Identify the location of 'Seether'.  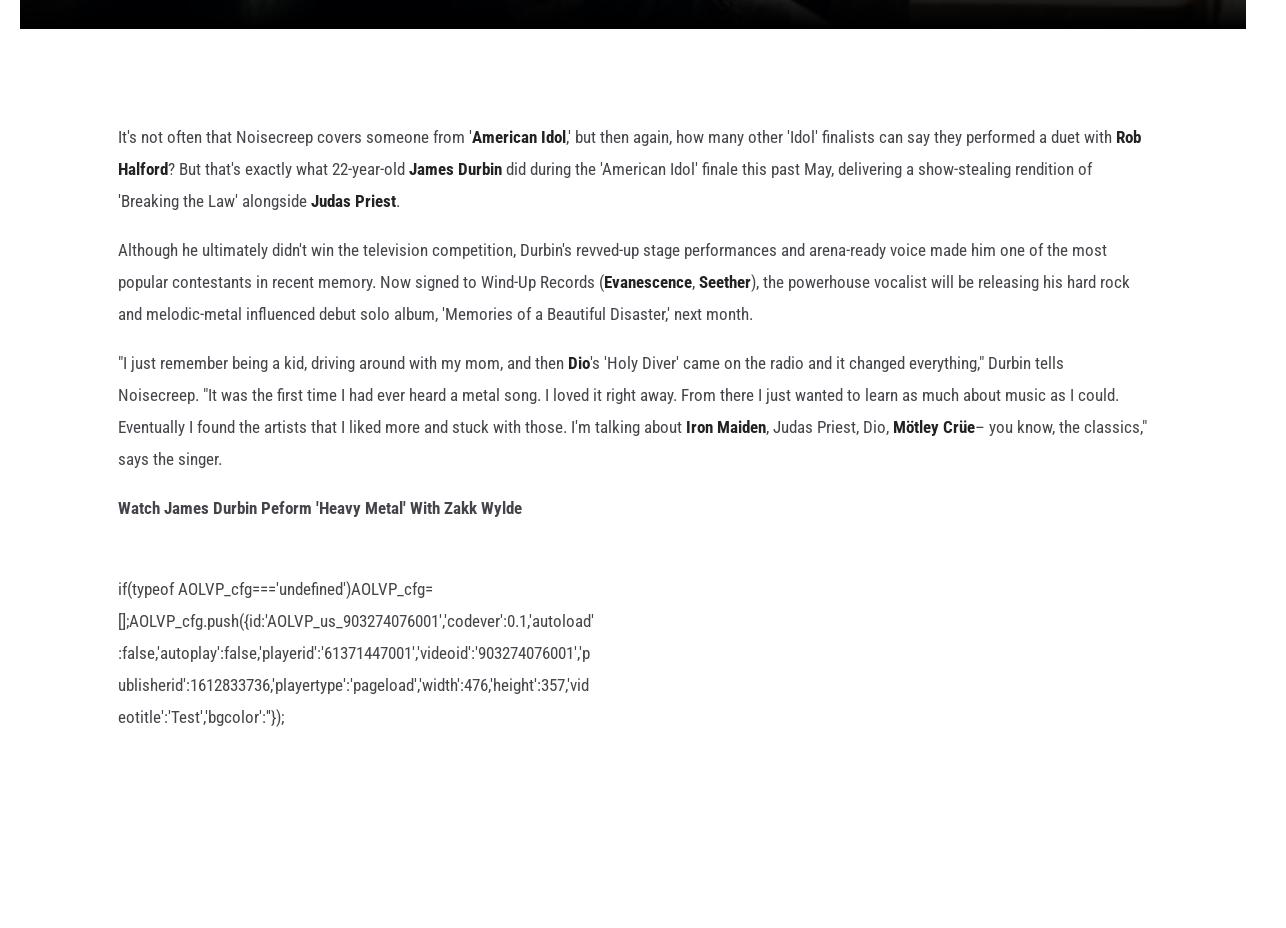
(725, 313).